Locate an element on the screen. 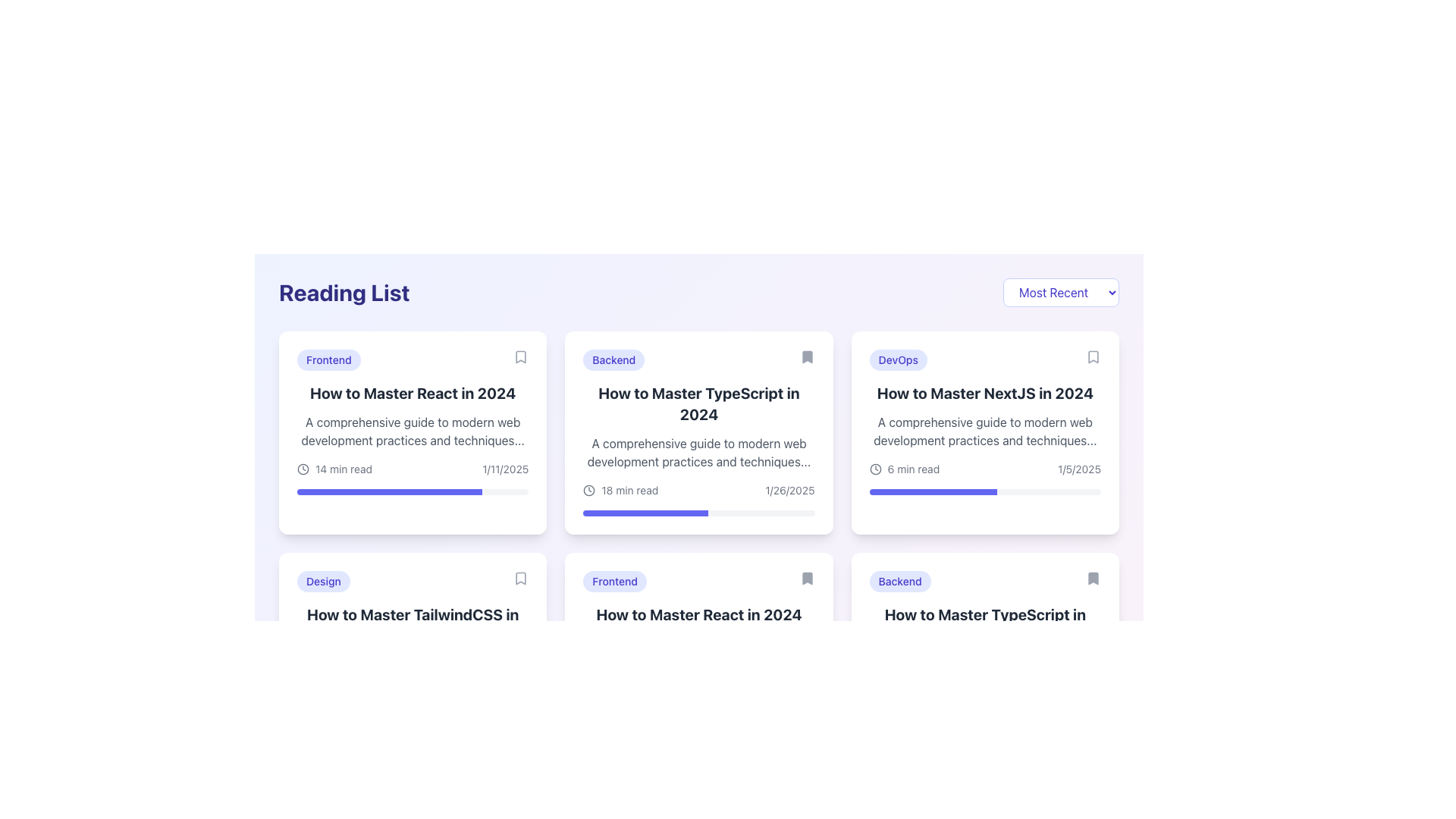 The height and width of the screenshot is (819, 1456). the text element that serves as a primary title, displaying 'How to Master TypeScript in 2024', located in the second card of a horizontally scrolling list, positioned between the 'Backend' tag and a descriptive paragraph is located at coordinates (698, 403).